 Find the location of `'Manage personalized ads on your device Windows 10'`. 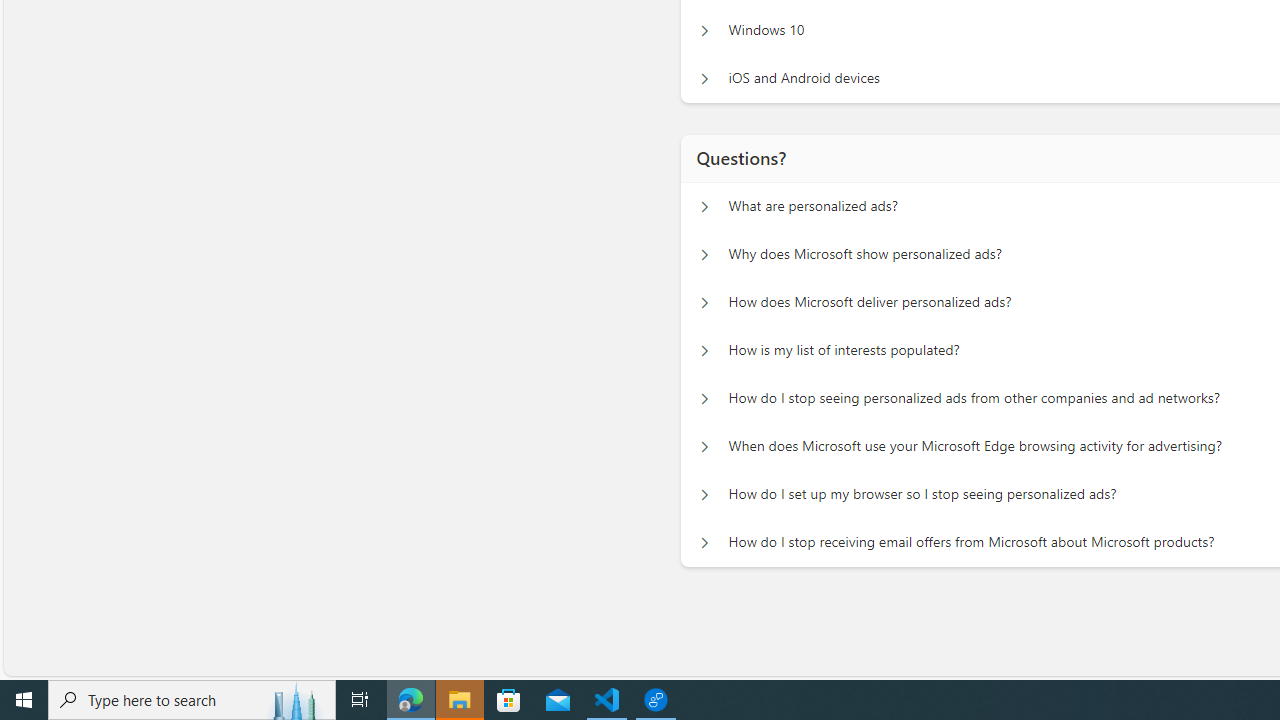

'Manage personalized ads on your device Windows 10' is located at coordinates (704, 30).